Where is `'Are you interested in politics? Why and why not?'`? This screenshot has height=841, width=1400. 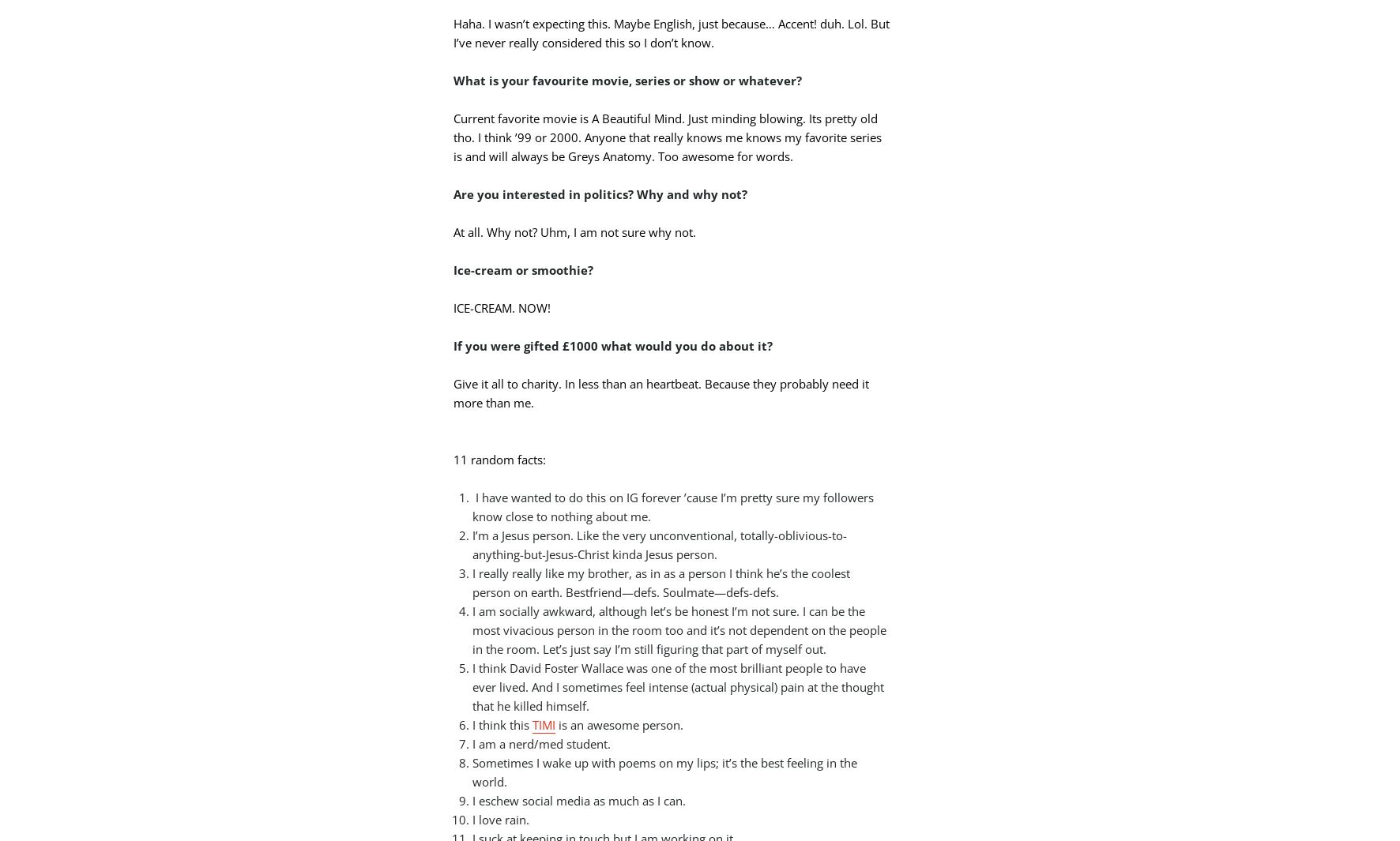 'Are you interested in politics? Why and why not?' is located at coordinates (600, 192).